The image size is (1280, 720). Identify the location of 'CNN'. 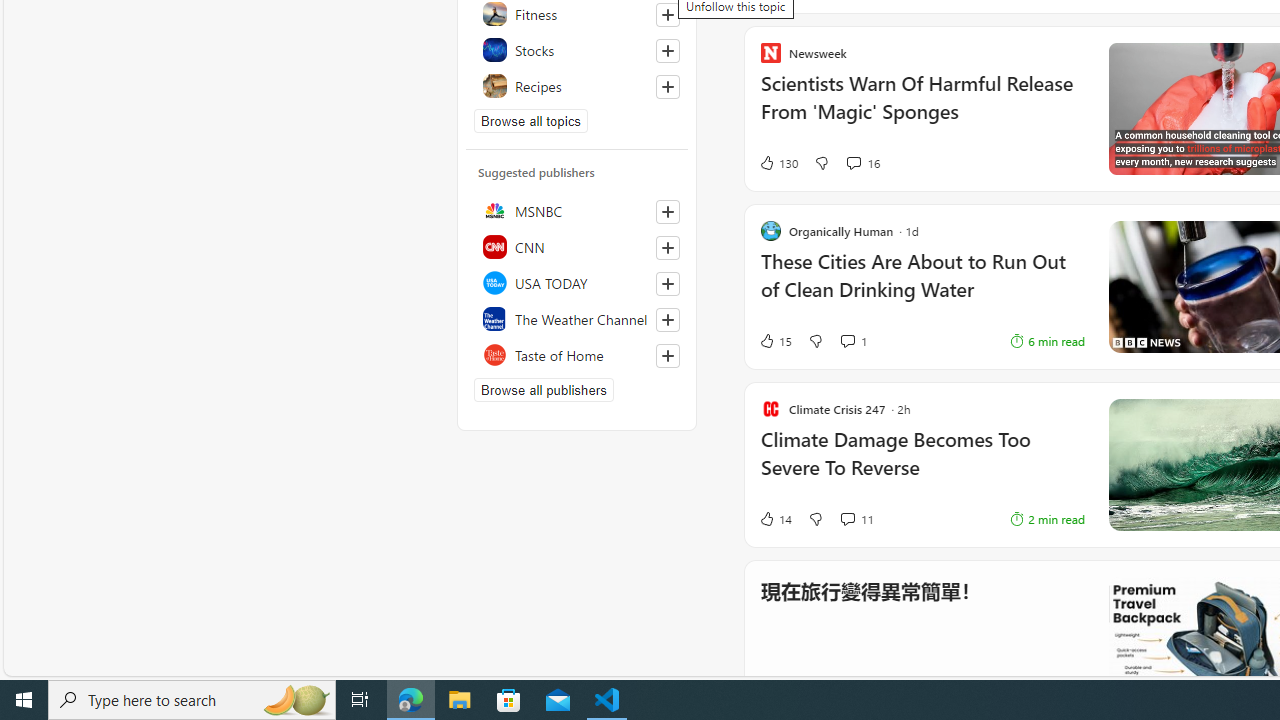
(576, 245).